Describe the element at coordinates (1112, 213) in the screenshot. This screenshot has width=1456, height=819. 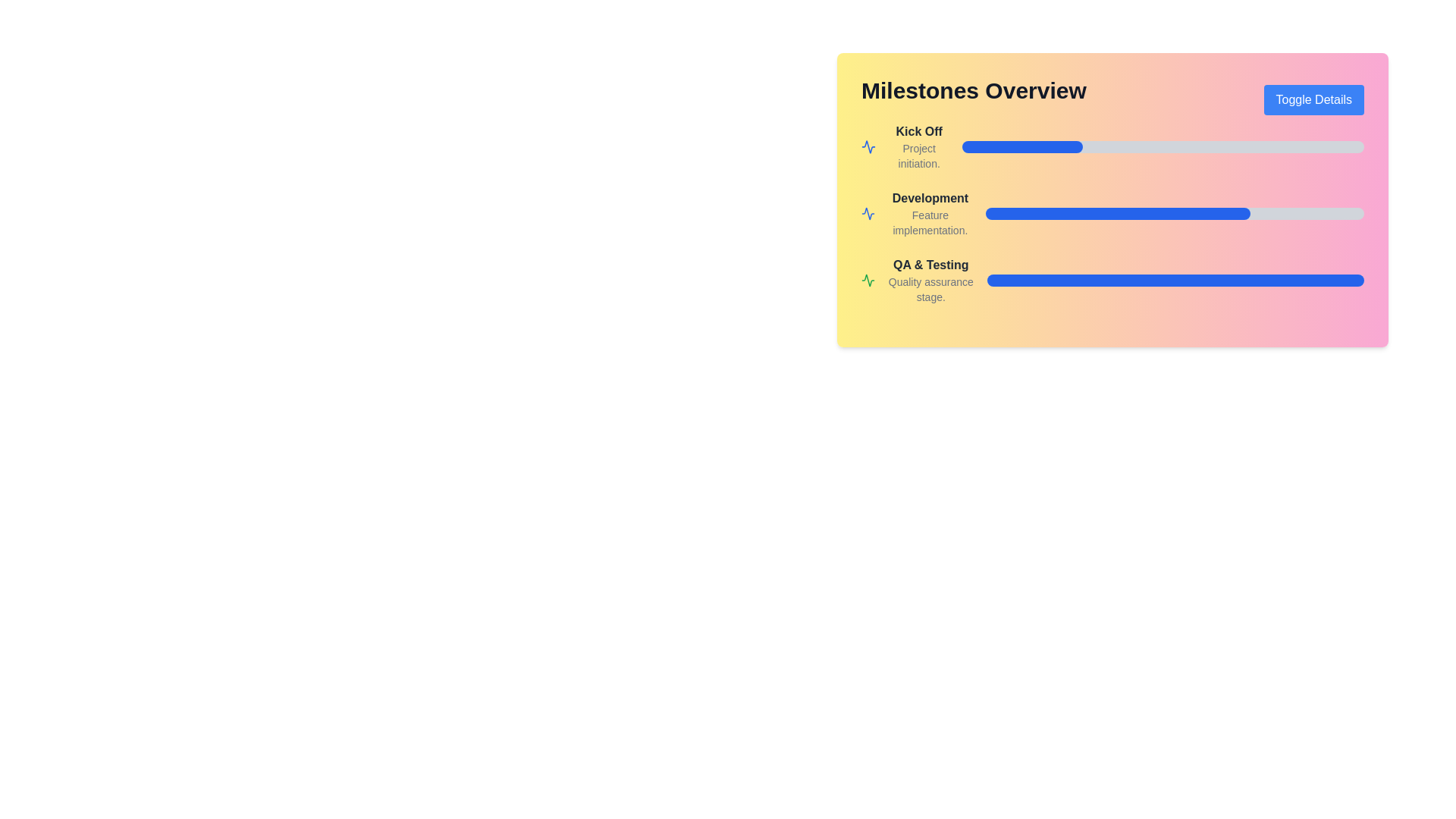
I see `the progress bar located under the 'Development' heading in the 'Milestones Overview' component, which displays a blue filled section and a gray unfilled section` at that location.